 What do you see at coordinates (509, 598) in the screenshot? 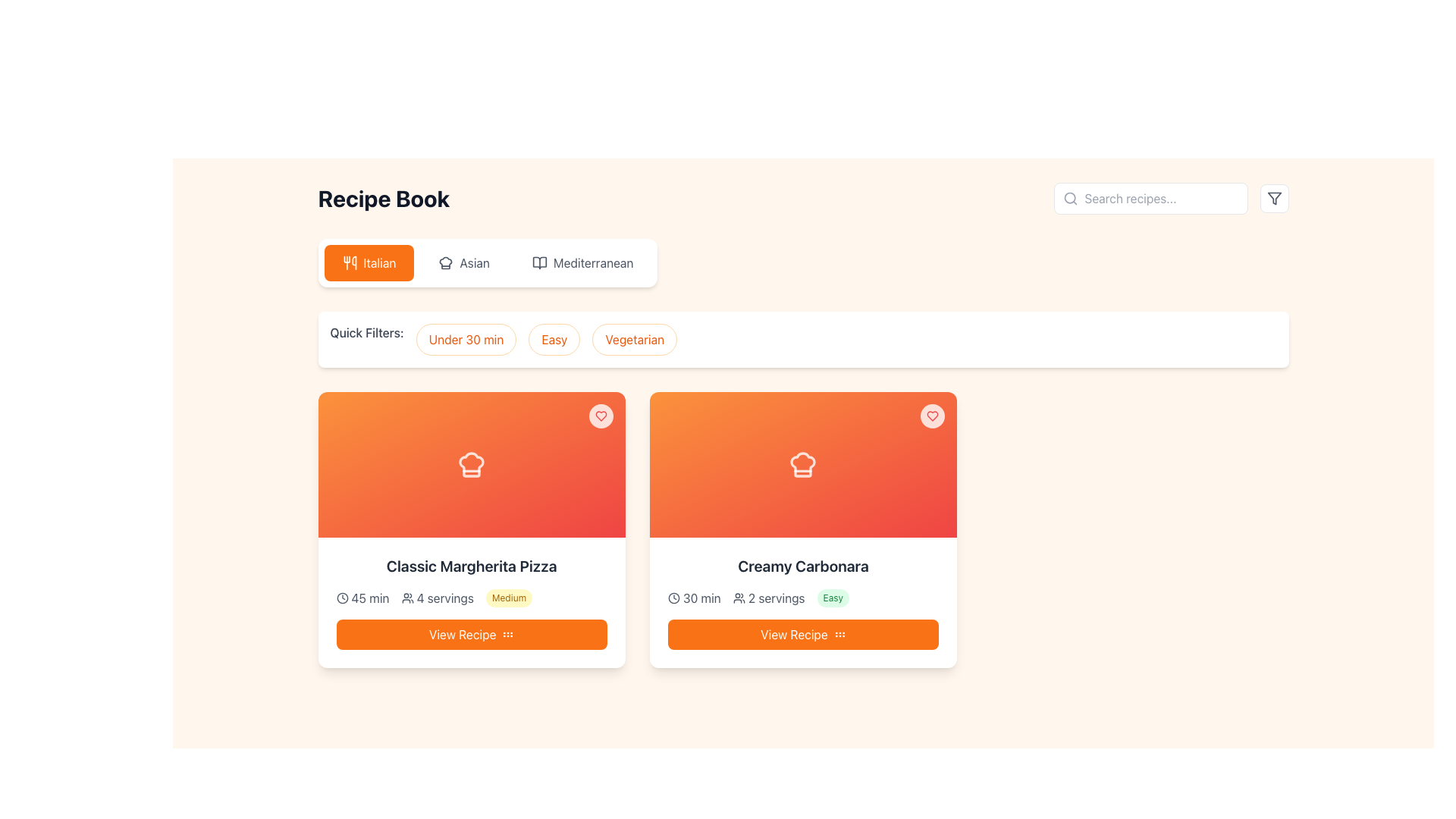
I see `the label styled as a small badge with a yellow background and the text 'Medium', located beneath '45 min' and to the right of '4 servings' in the card titled 'Classic Margherita Pizza'` at bounding box center [509, 598].